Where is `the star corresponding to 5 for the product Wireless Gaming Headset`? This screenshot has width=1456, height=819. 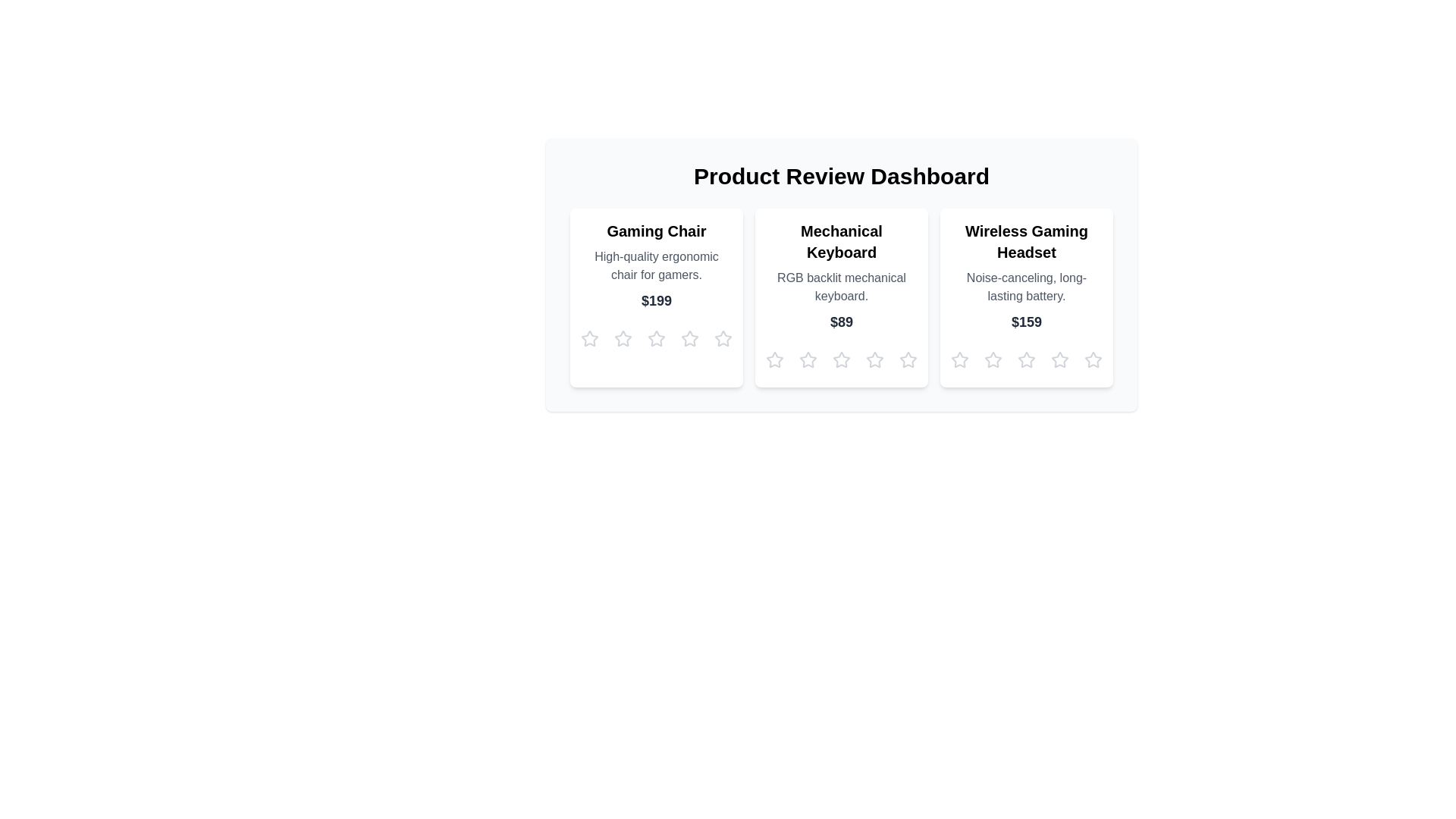
the star corresponding to 5 for the product Wireless Gaming Headset is located at coordinates (1093, 359).